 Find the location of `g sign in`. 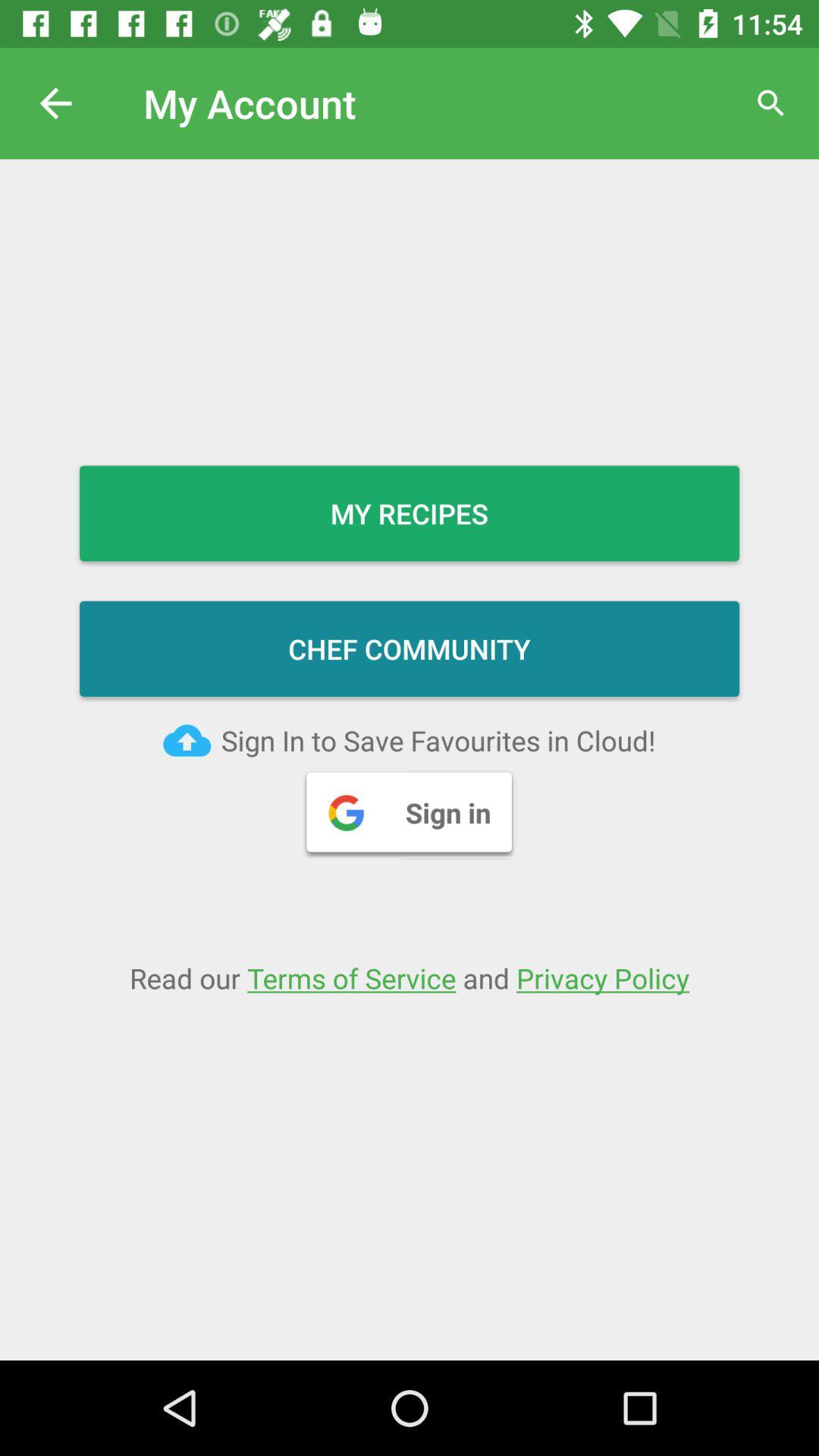

g sign in is located at coordinates (409, 811).